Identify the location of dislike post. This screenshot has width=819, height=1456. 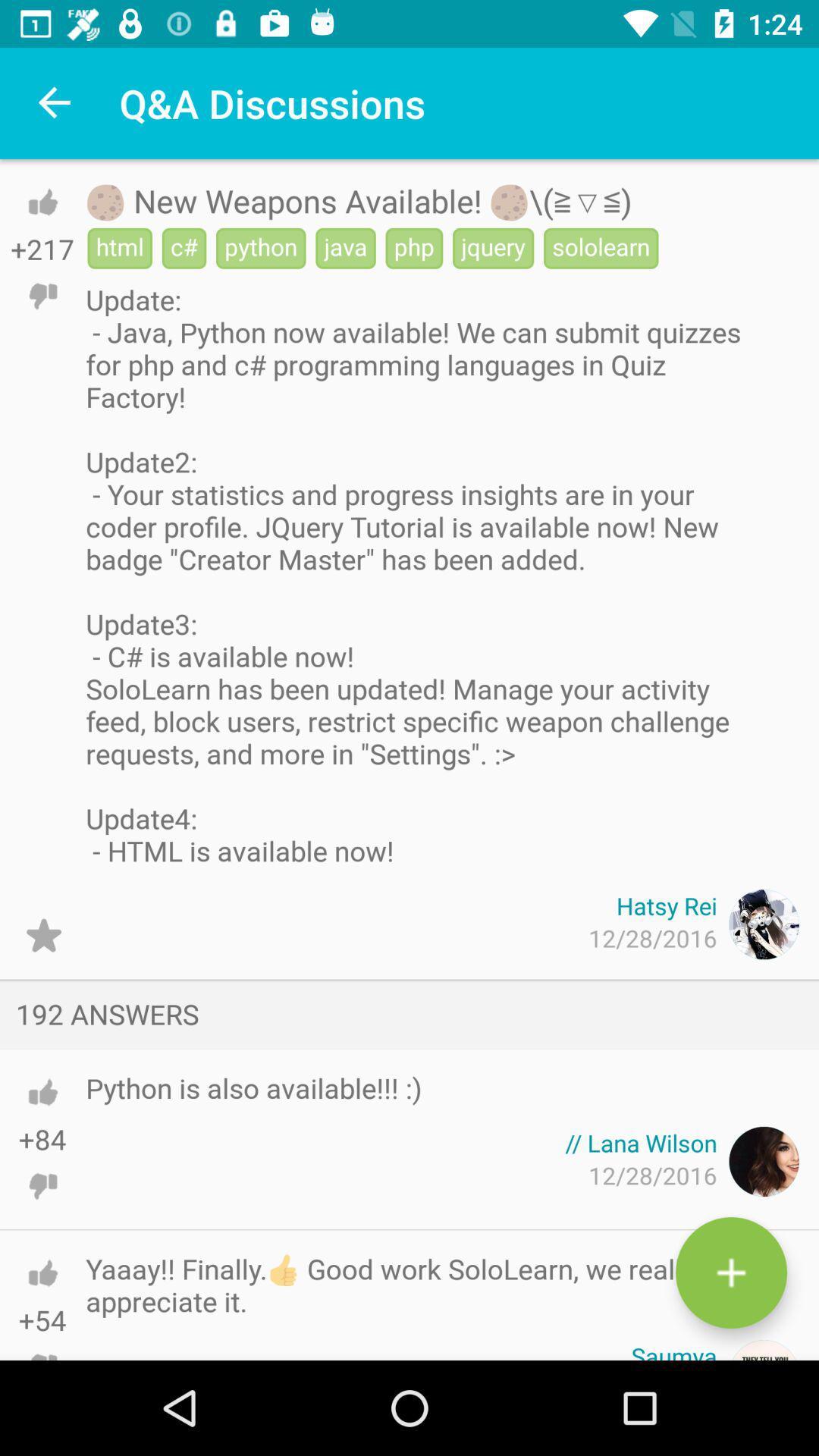
(42, 296).